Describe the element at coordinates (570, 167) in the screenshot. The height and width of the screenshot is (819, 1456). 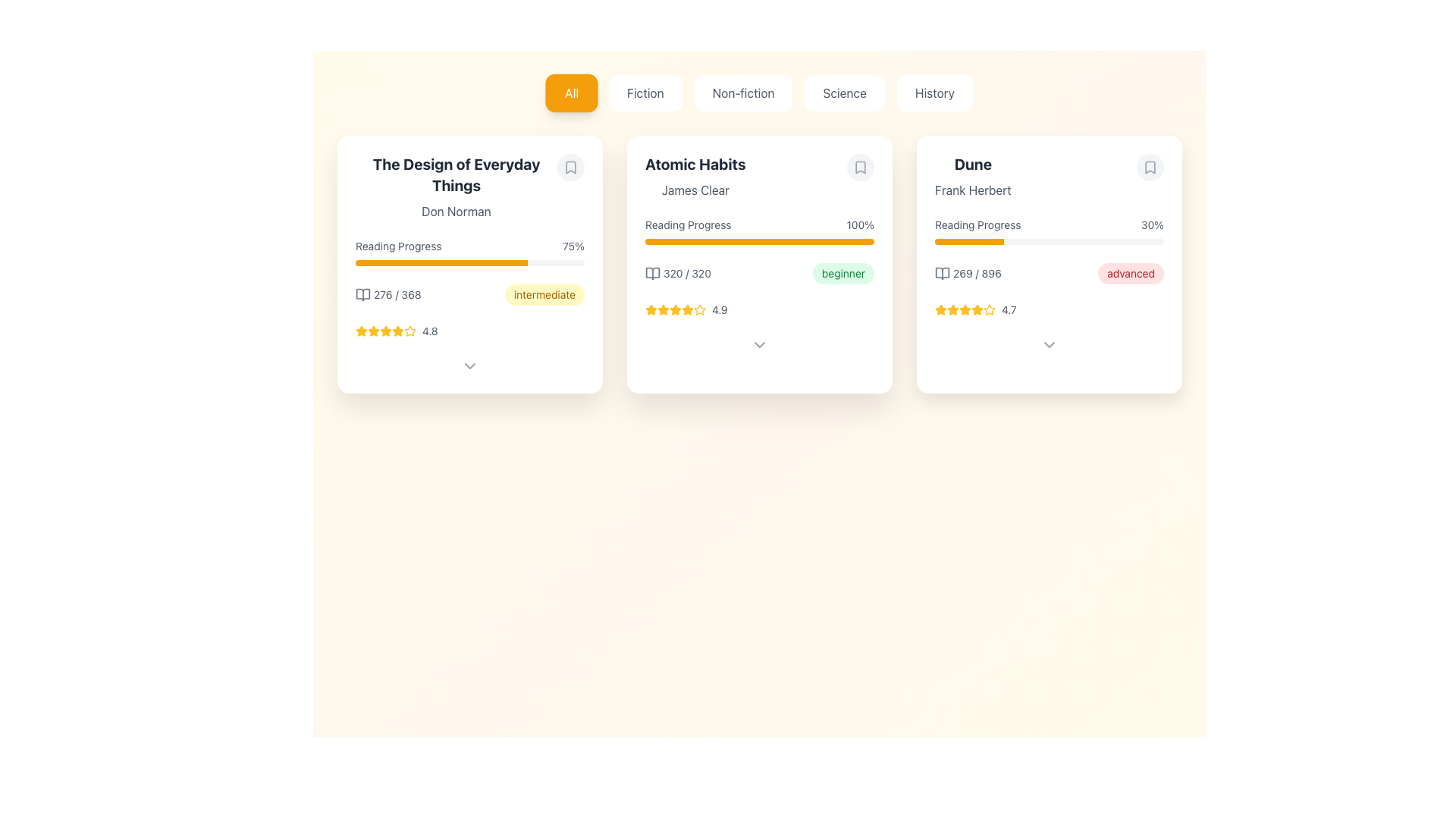
I see `the Bookmark icon located at the top-right corner of the card for 'The Design of Everyday Things'` at that location.